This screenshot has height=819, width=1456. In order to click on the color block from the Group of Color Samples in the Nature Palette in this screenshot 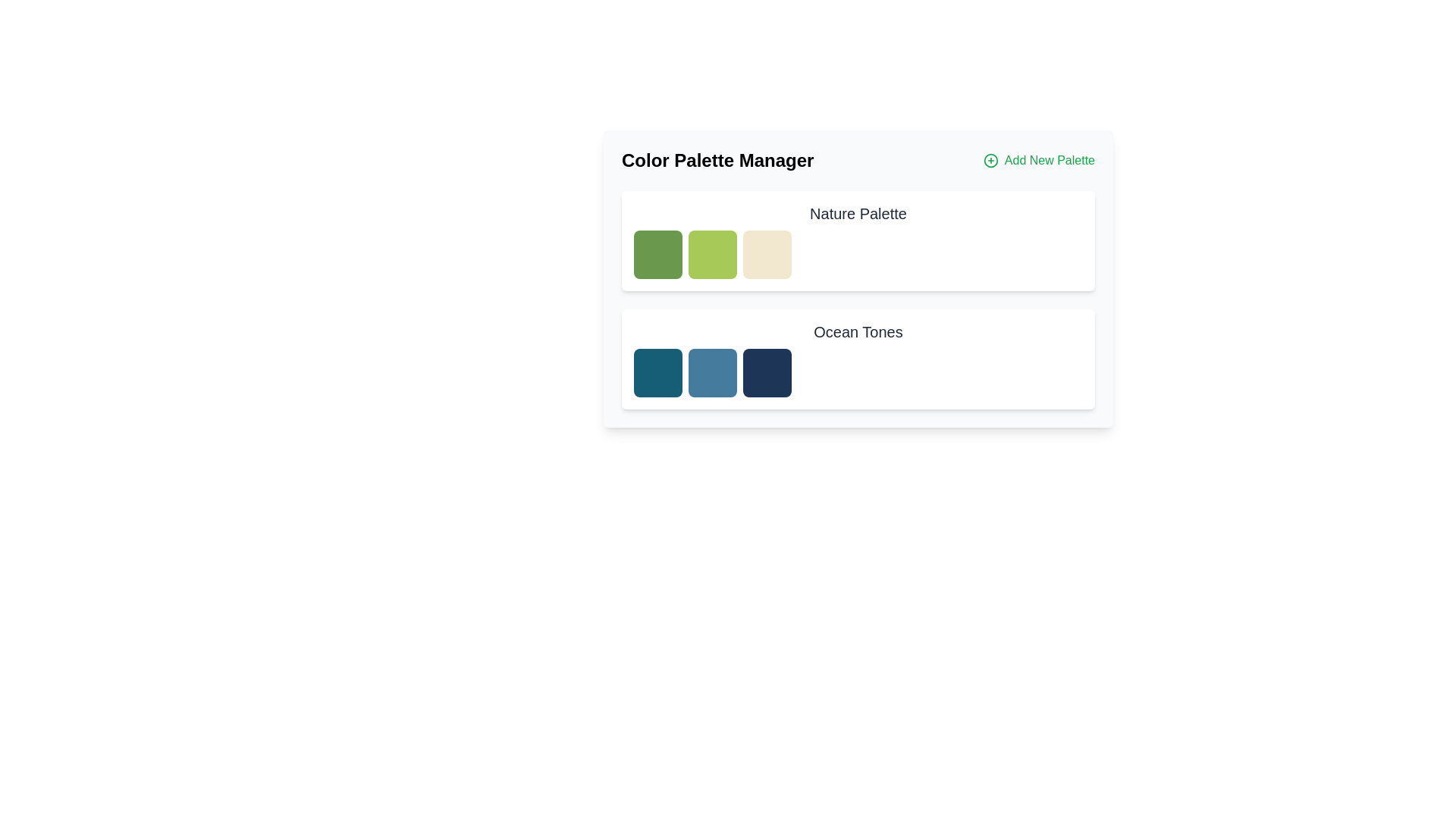, I will do `click(858, 253)`.